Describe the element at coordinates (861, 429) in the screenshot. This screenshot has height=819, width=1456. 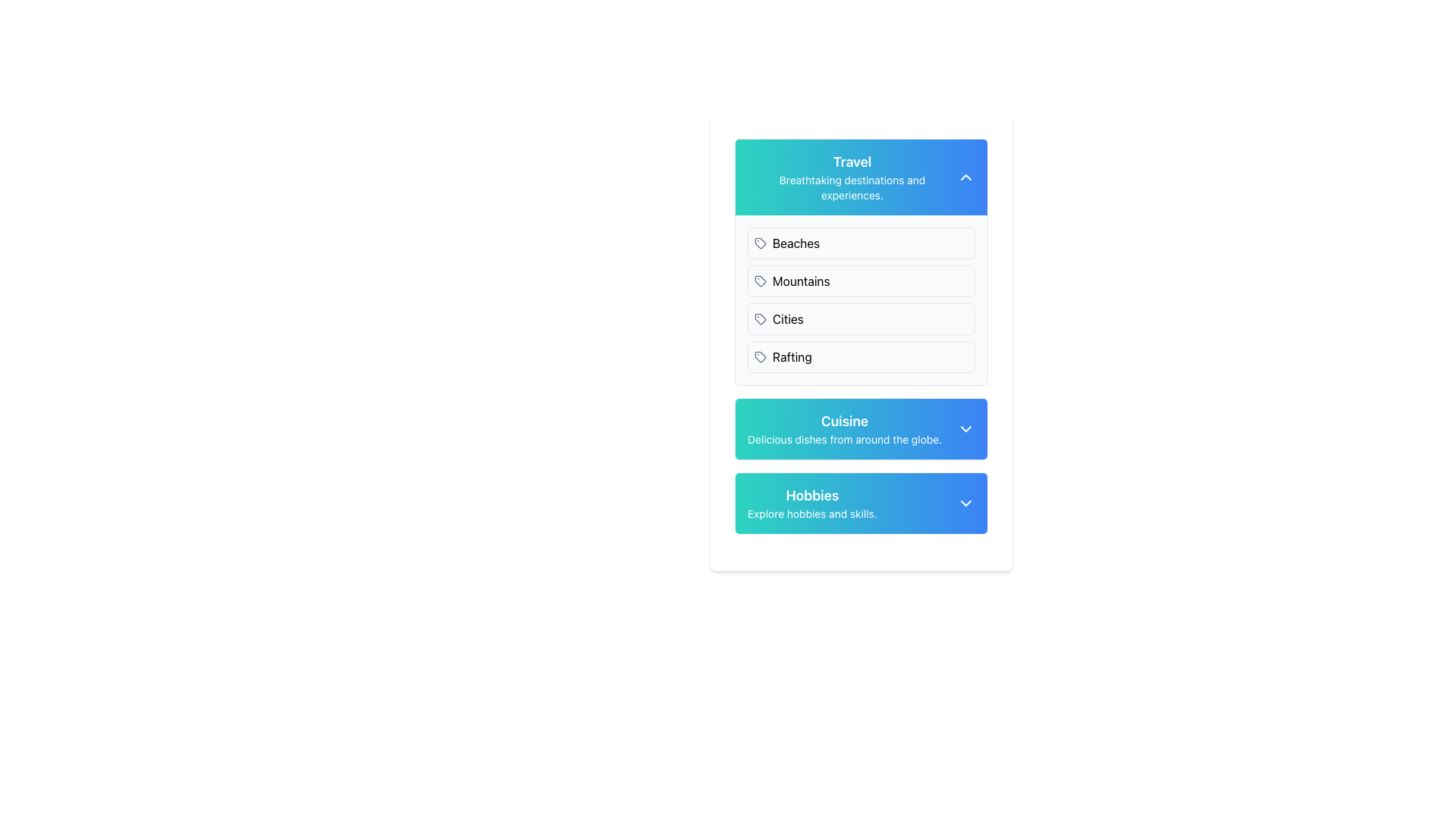
I see `the second option in the vertical list of collapsible sections, which is labeled as the Expandable menu option related to global cuisine` at that location.